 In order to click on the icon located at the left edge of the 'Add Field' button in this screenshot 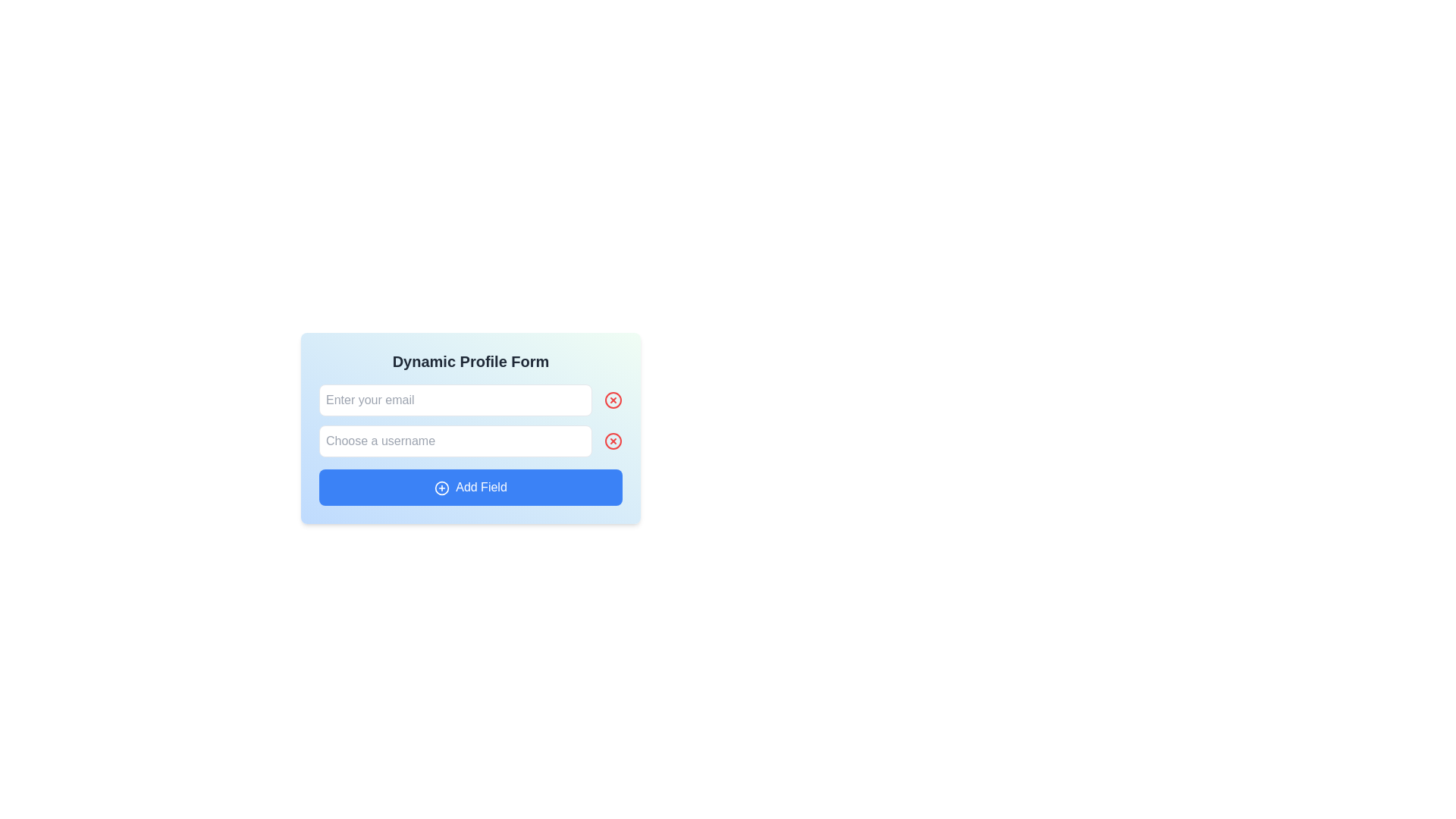, I will do `click(441, 488)`.